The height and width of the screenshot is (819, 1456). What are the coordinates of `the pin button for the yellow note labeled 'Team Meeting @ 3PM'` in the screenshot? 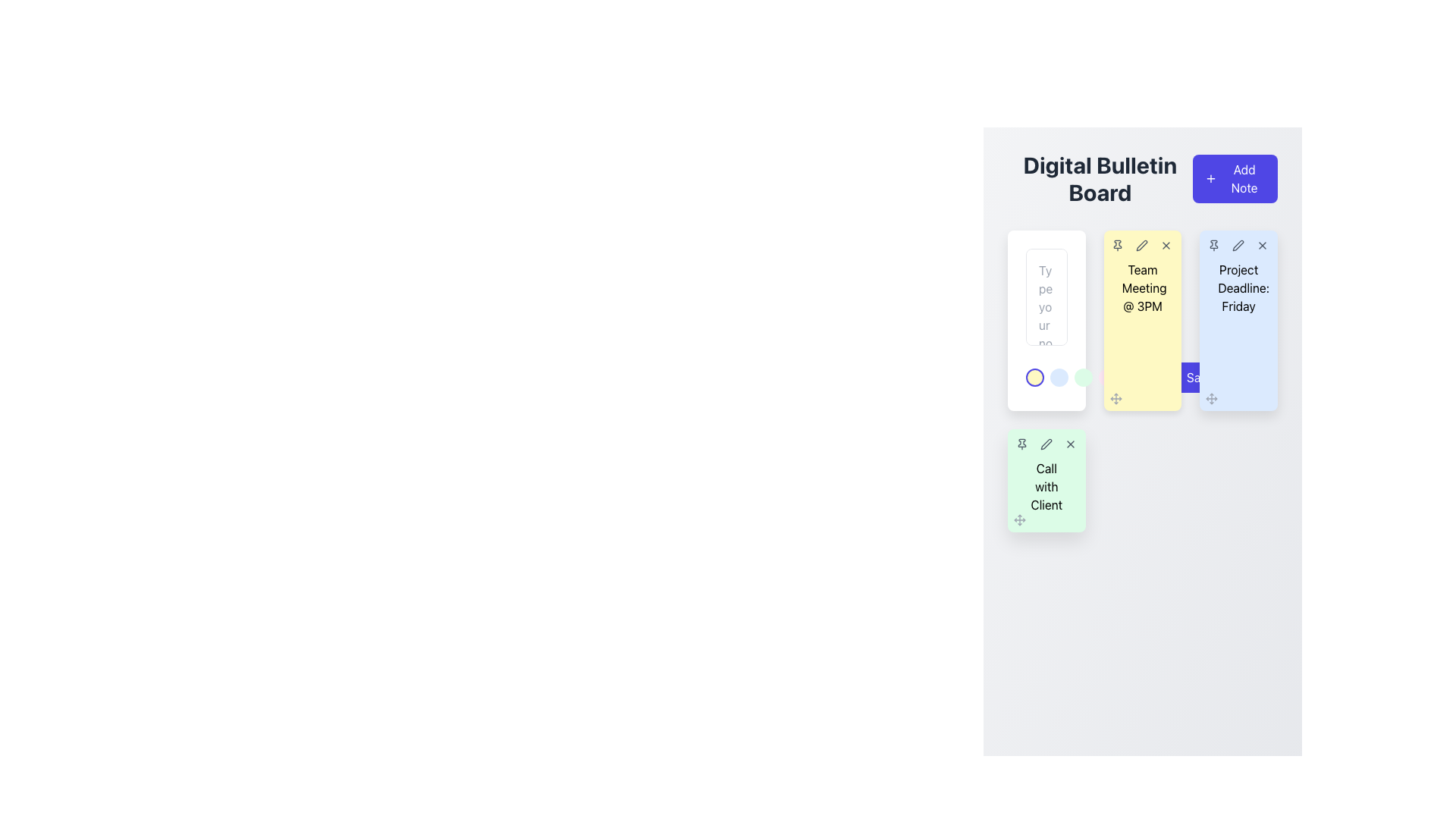 It's located at (1118, 245).